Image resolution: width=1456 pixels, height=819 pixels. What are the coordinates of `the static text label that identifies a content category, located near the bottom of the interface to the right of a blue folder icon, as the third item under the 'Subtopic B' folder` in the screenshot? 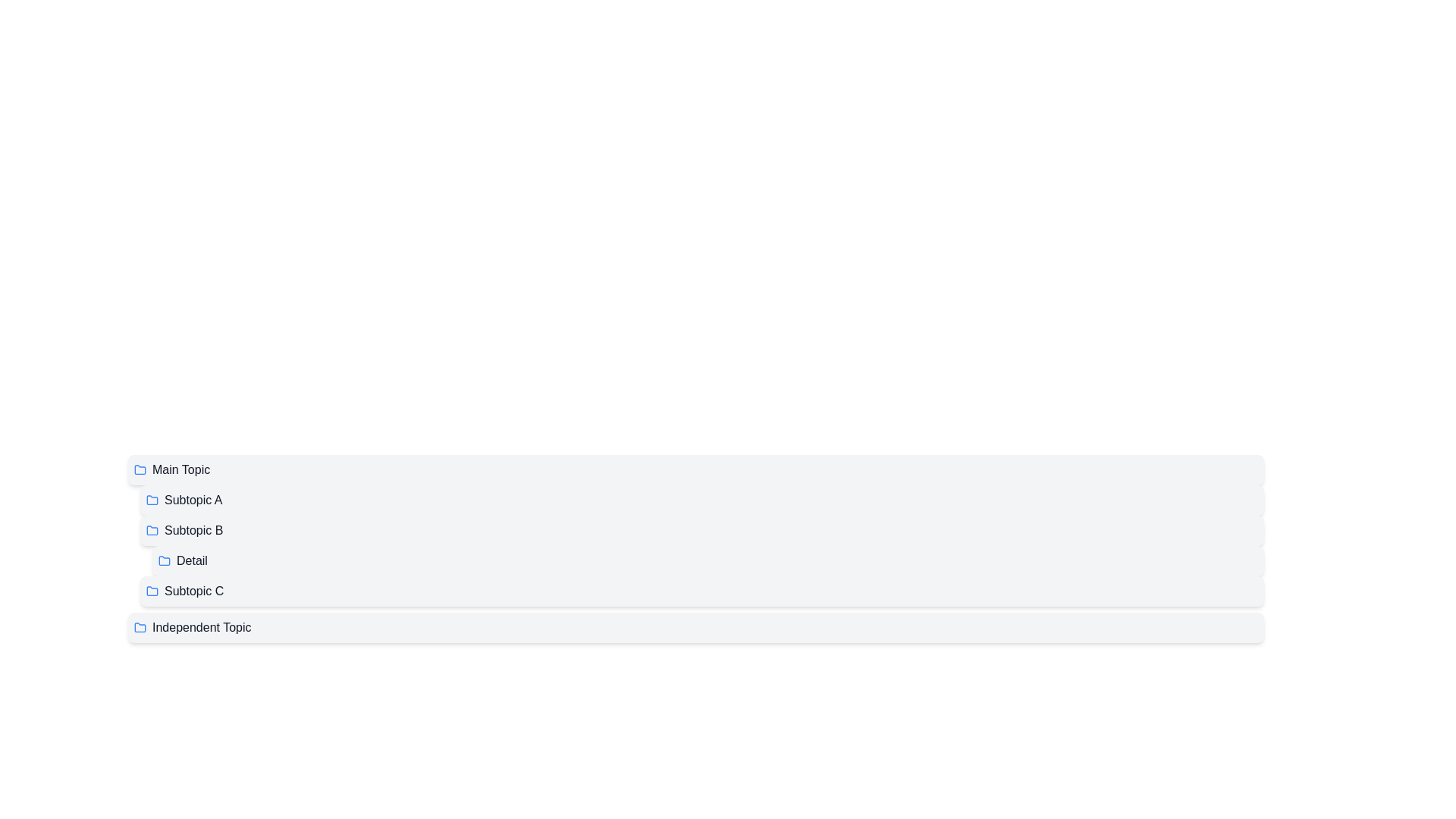 It's located at (193, 590).